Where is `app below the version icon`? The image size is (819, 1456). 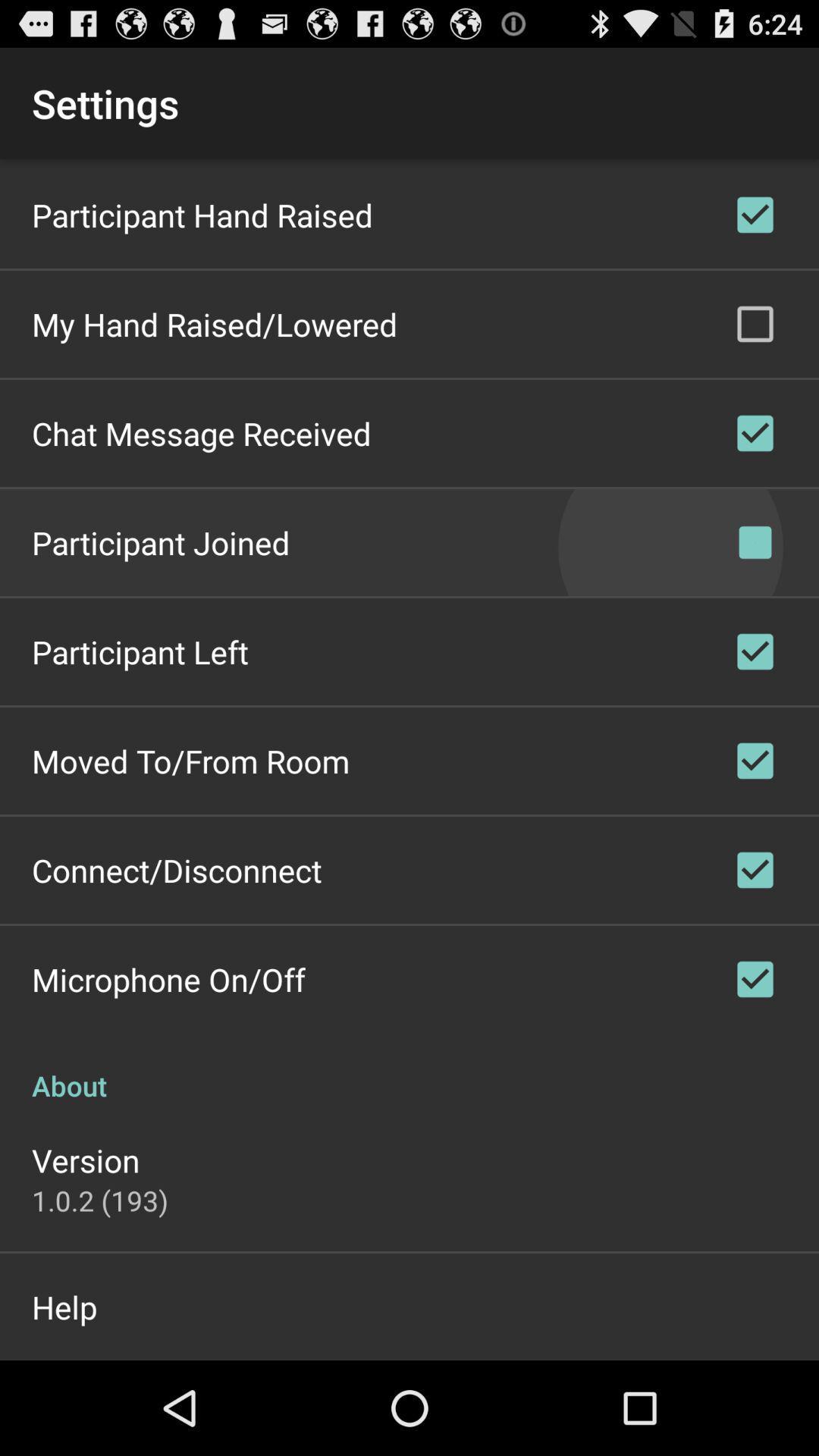
app below the version icon is located at coordinates (99, 1200).